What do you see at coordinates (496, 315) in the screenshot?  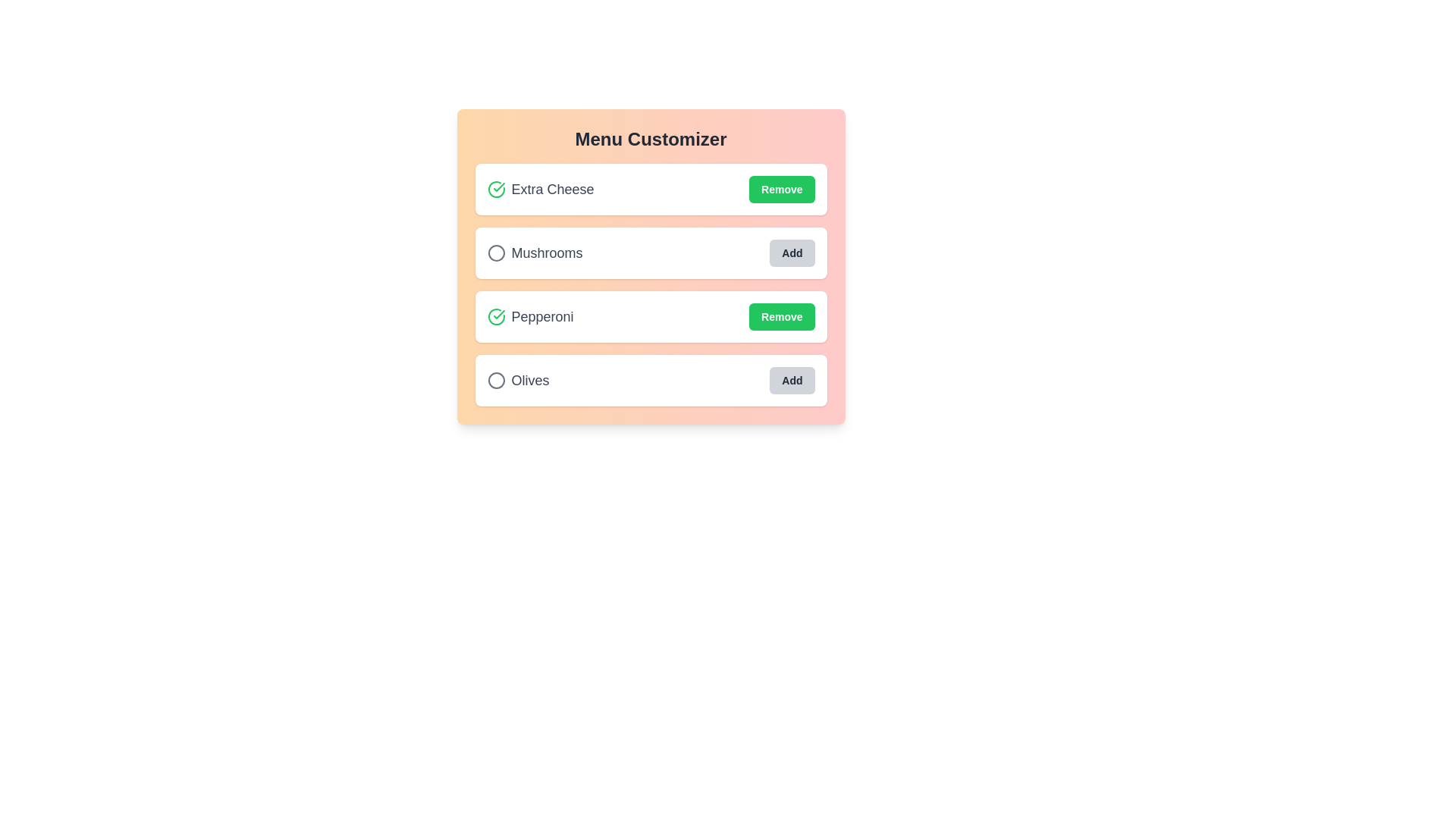 I see `the circular icon for Pepperoni to toggle its selection state` at bounding box center [496, 315].